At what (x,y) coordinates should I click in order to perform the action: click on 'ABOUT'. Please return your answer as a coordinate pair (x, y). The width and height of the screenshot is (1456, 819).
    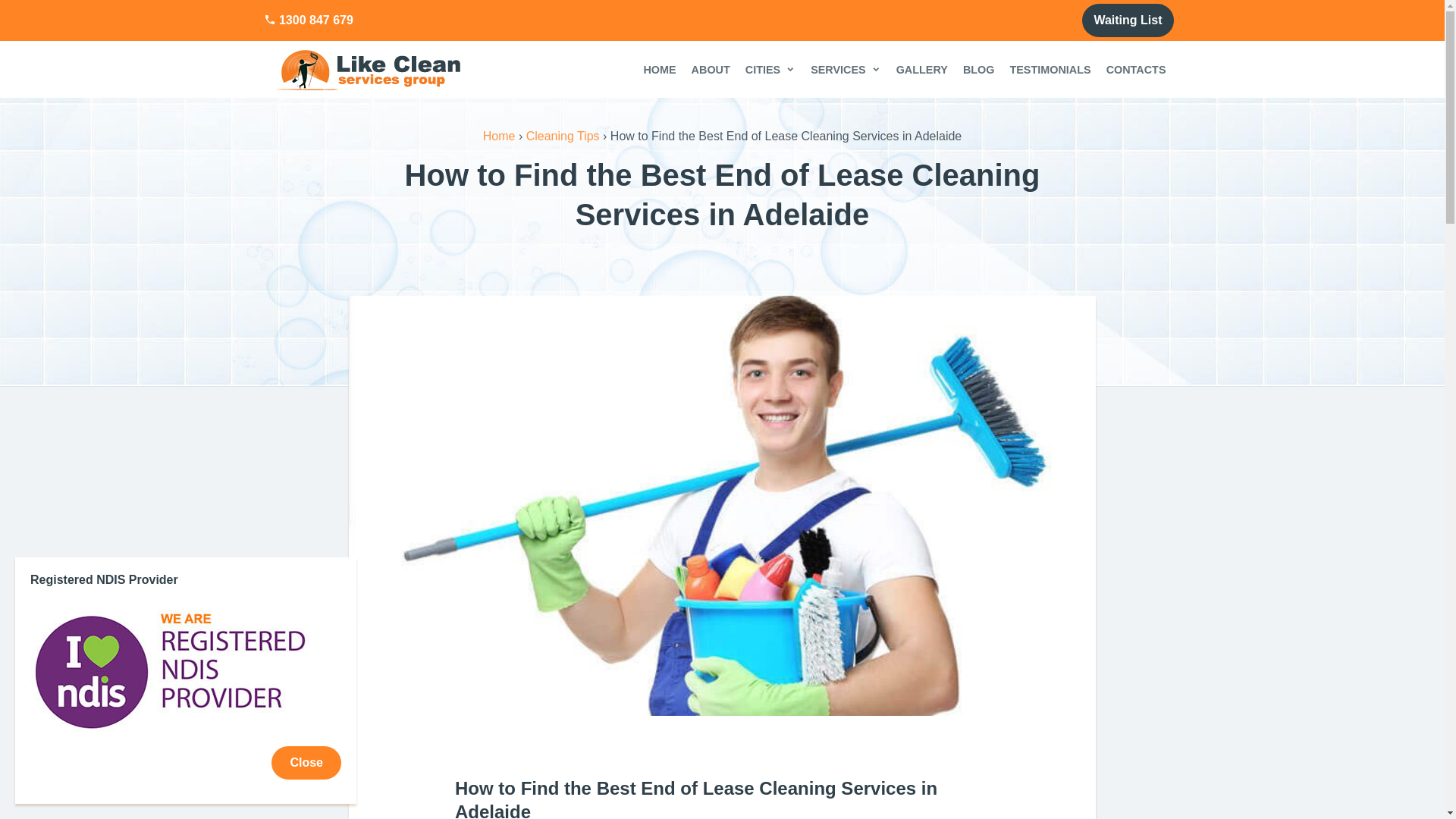
    Looking at the image, I should click on (683, 69).